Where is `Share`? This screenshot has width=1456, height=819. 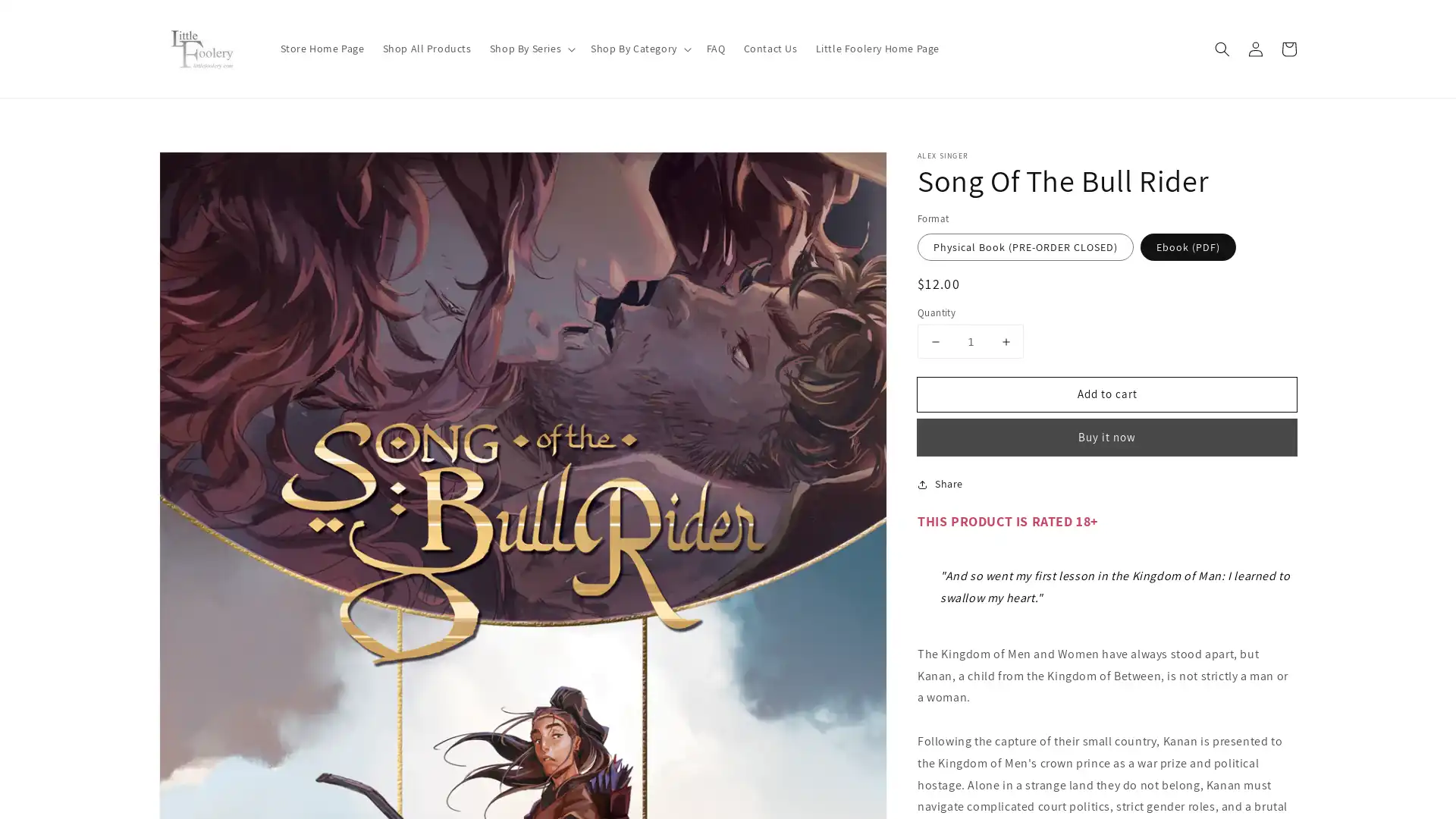 Share is located at coordinates (939, 484).